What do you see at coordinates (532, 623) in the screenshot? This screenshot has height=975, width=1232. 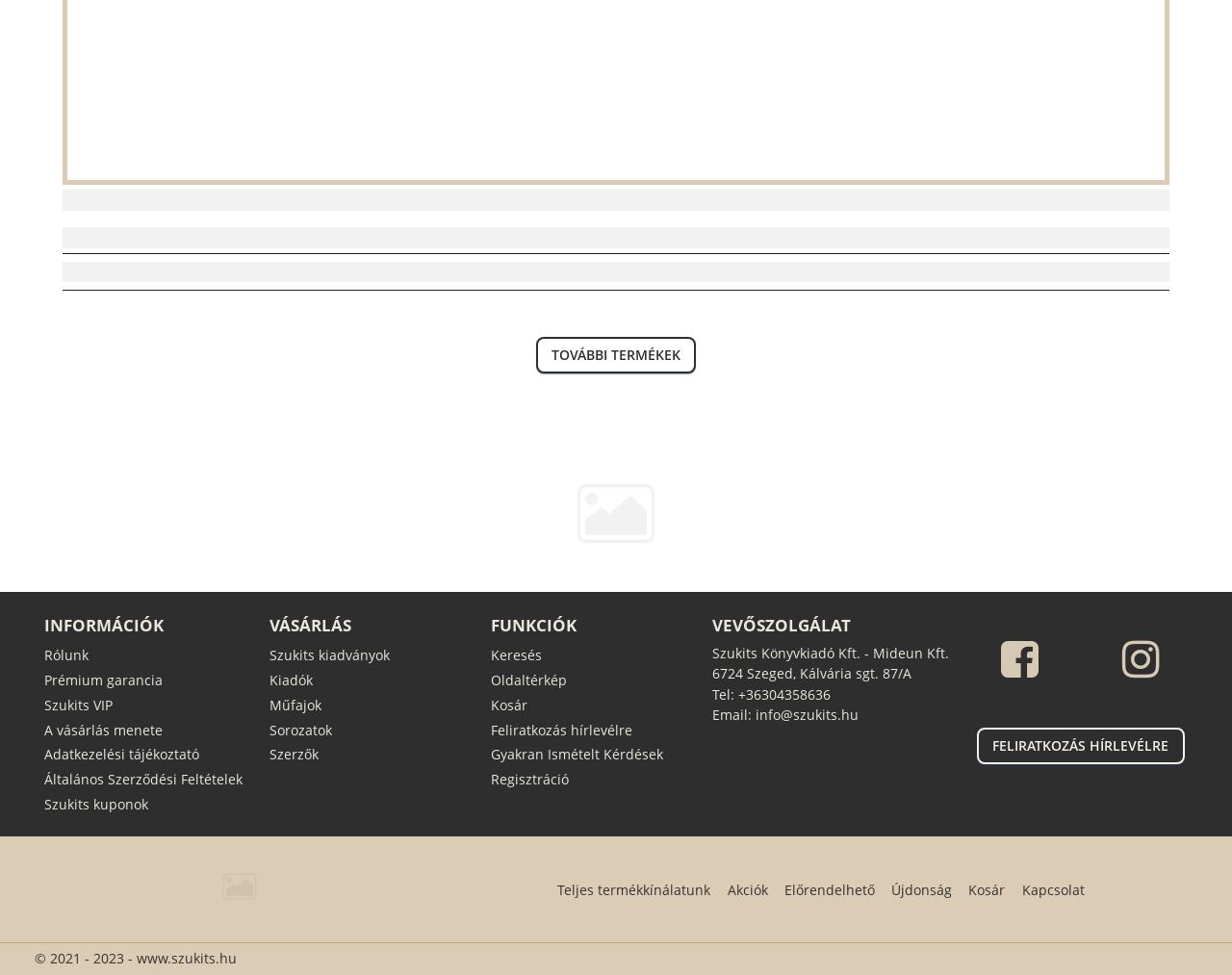 I see `'Funkciók'` at bounding box center [532, 623].